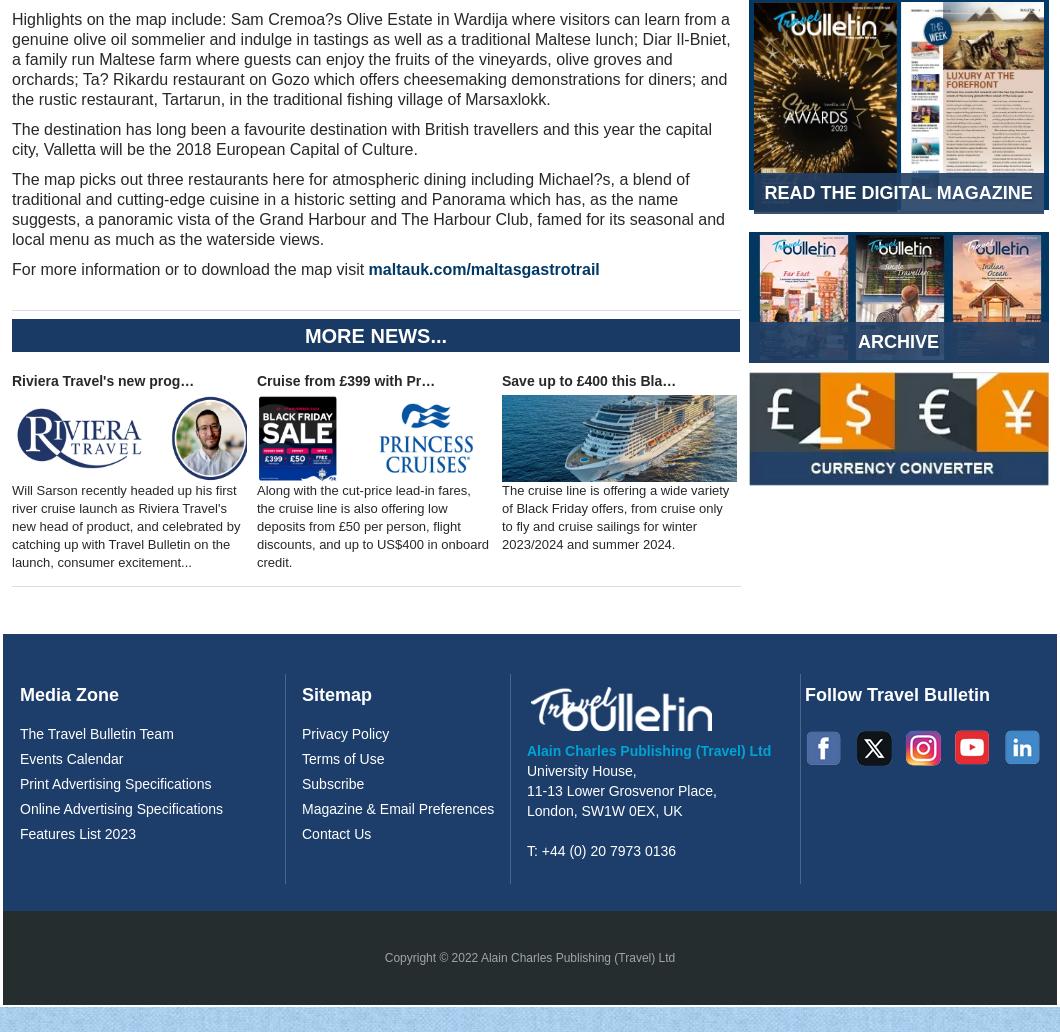  I want to click on 'Privacy Policy', so click(301, 732).